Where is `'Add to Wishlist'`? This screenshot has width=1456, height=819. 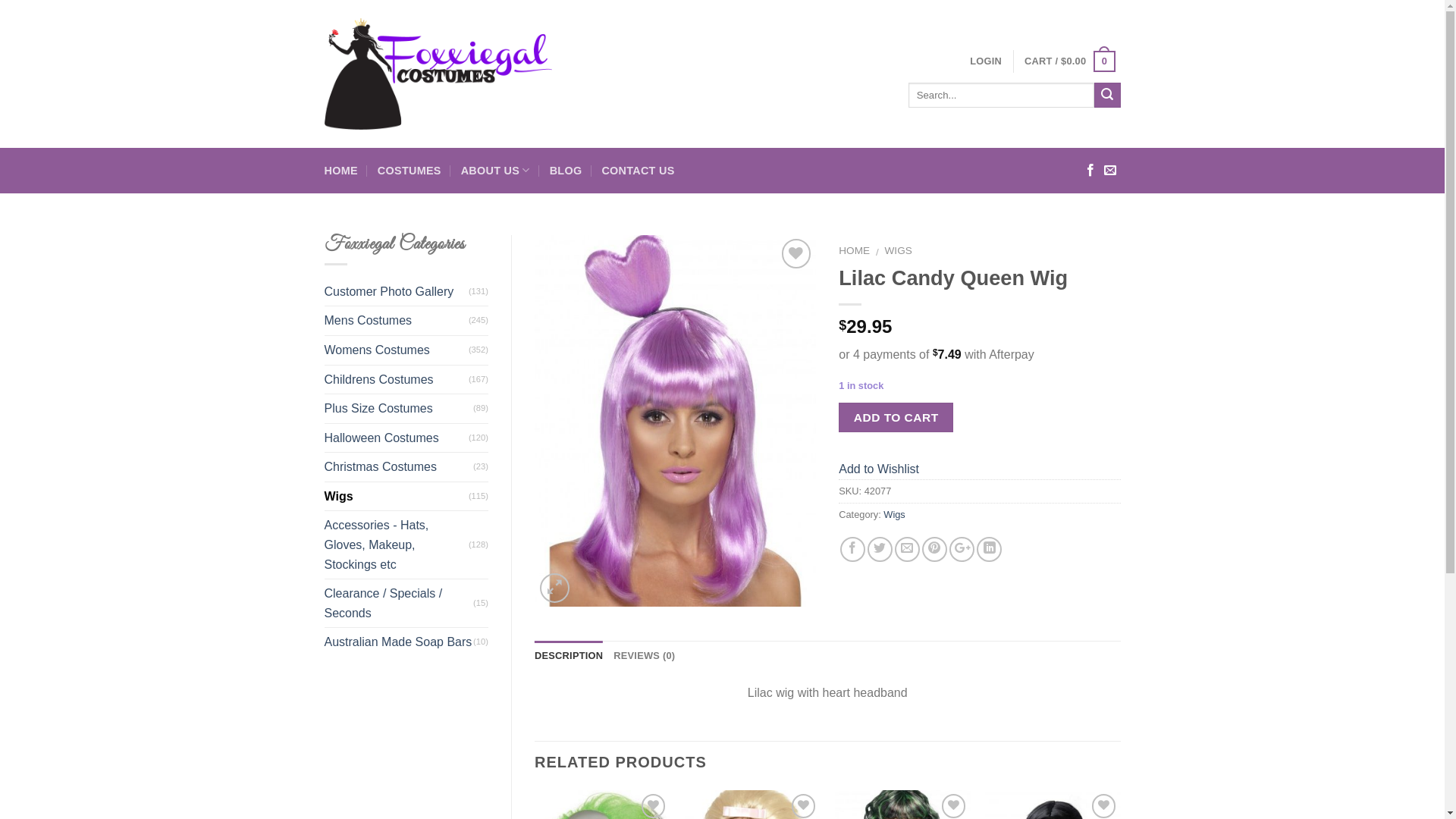
'Add to Wishlist' is located at coordinates (878, 468).